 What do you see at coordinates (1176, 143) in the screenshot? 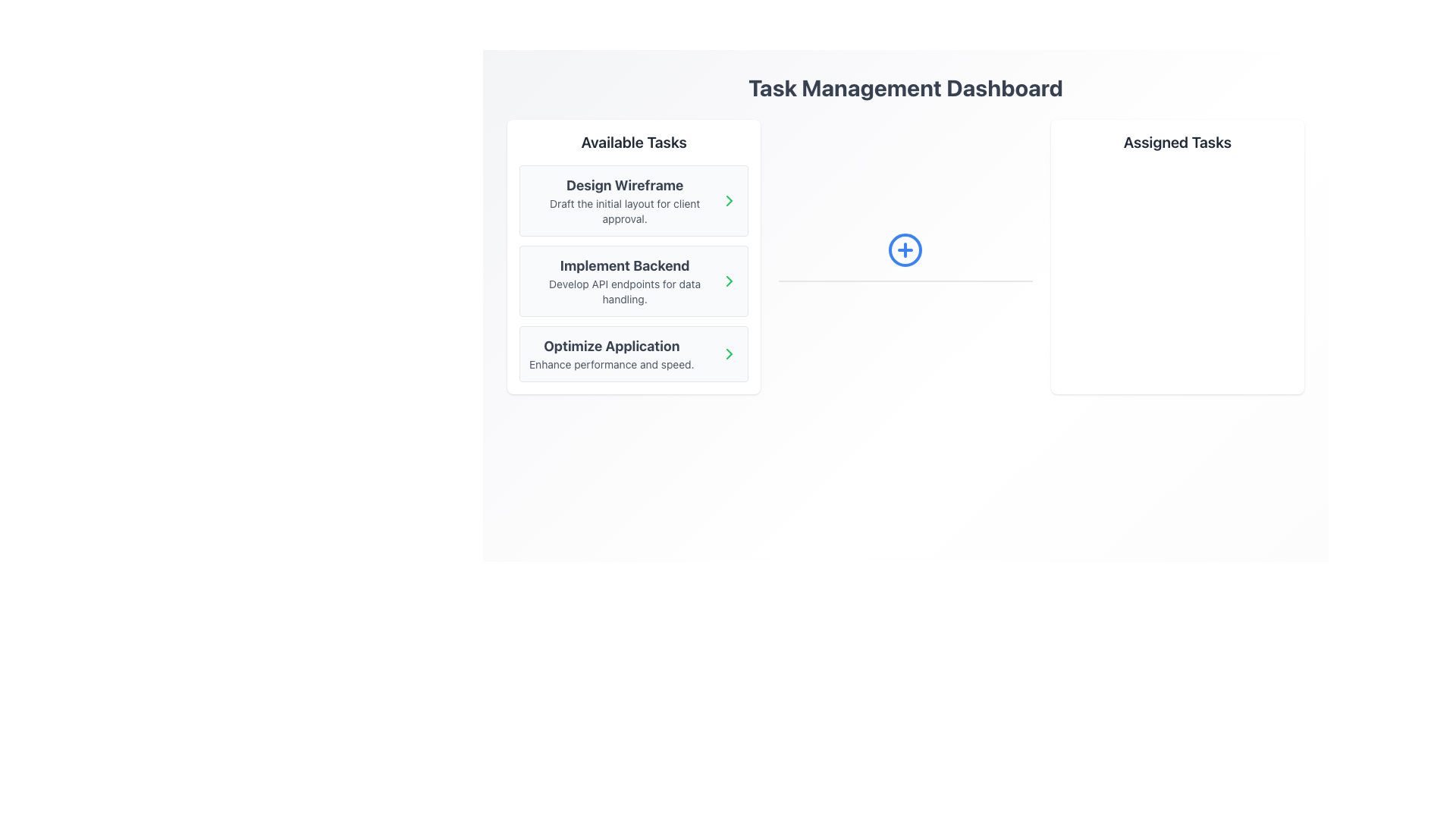
I see `the text label displaying 'Assigned Tasks', which is styled in bold, dark gray font and positioned at the top of the right-side card in the interface` at bounding box center [1176, 143].